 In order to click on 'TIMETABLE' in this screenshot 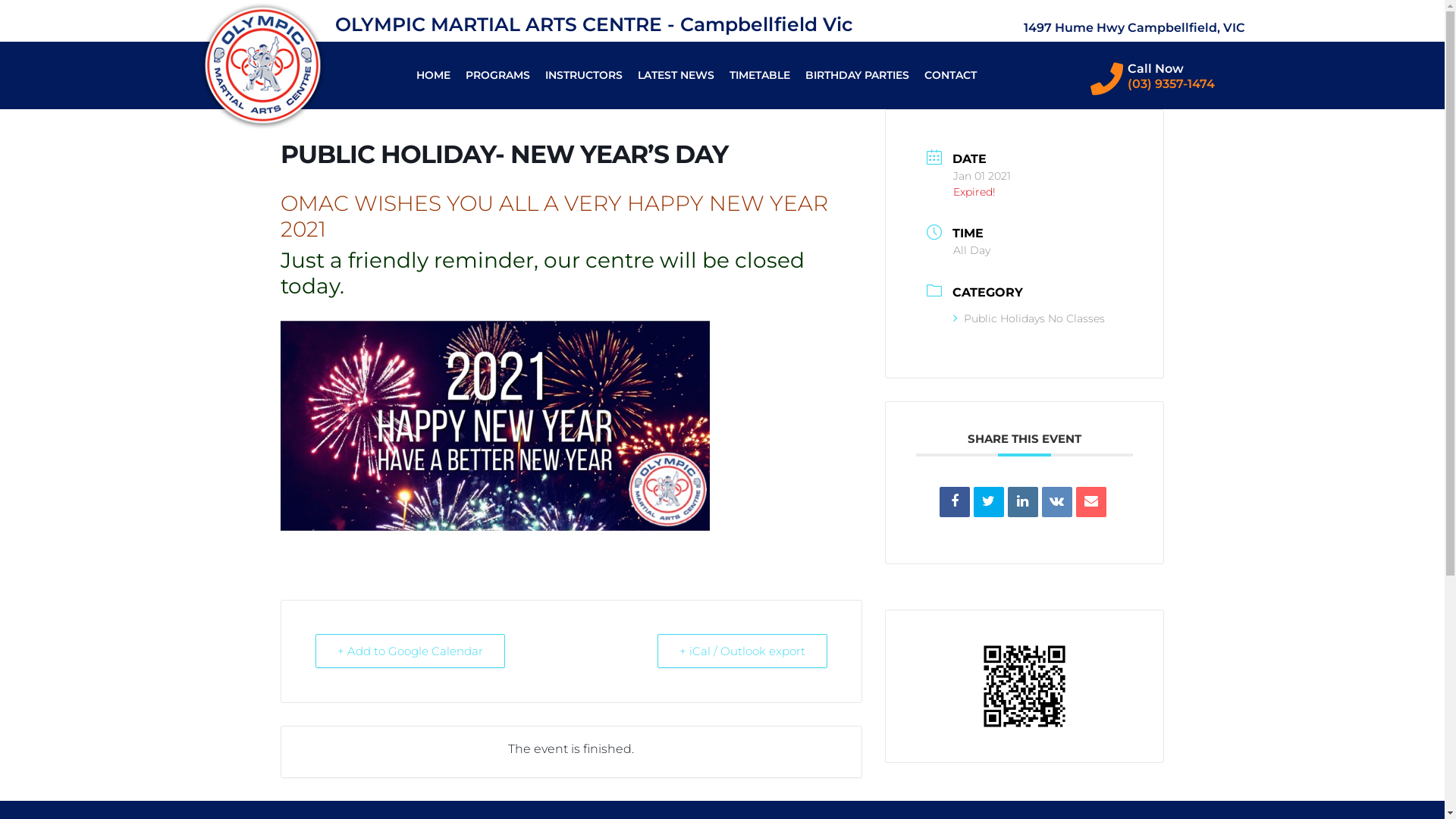, I will do `click(720, 75)`.